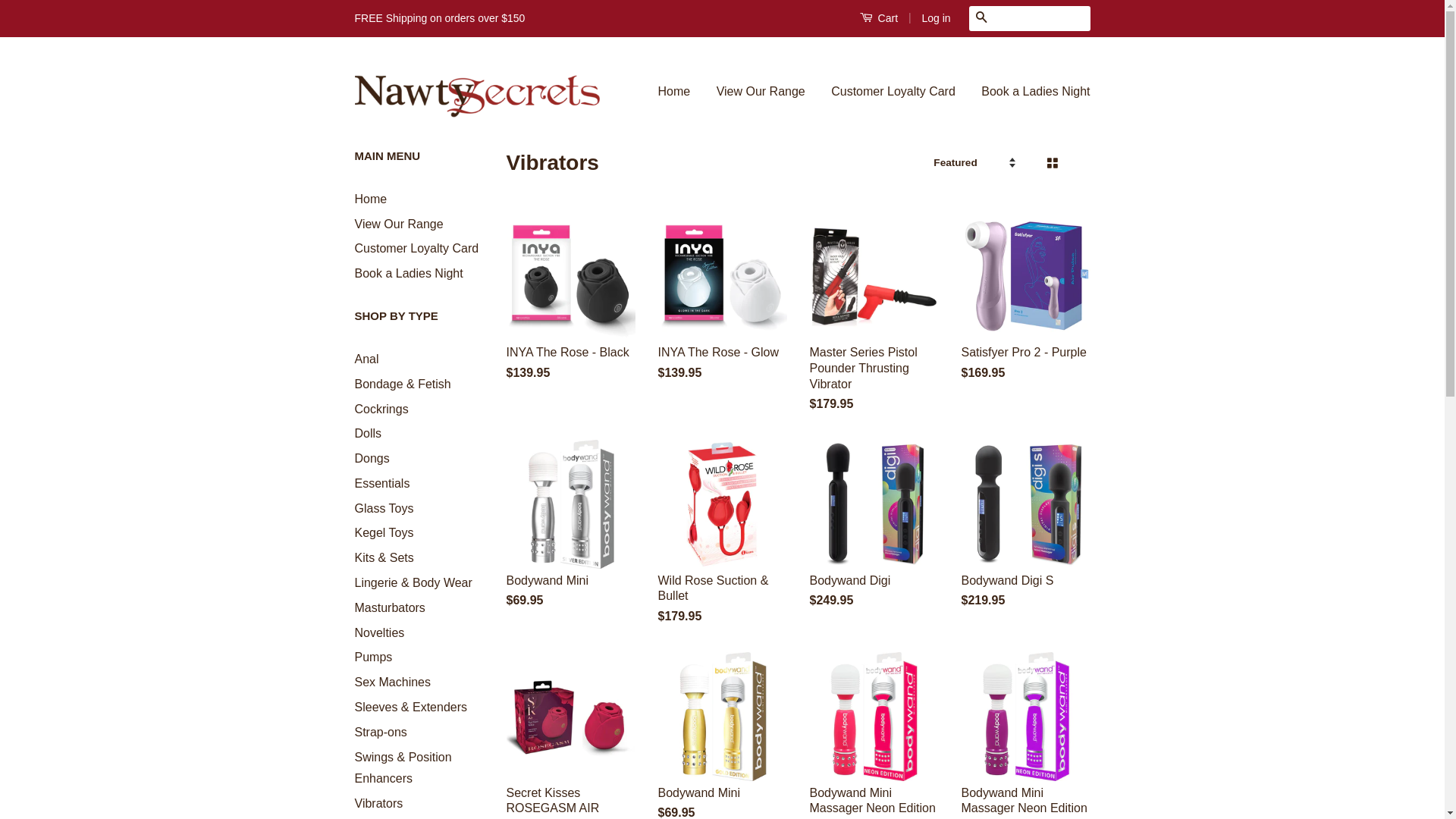  Describe the element at coordinates (1026, 537) in the screenshot. I see `'Bodywand Digi S` at that location.